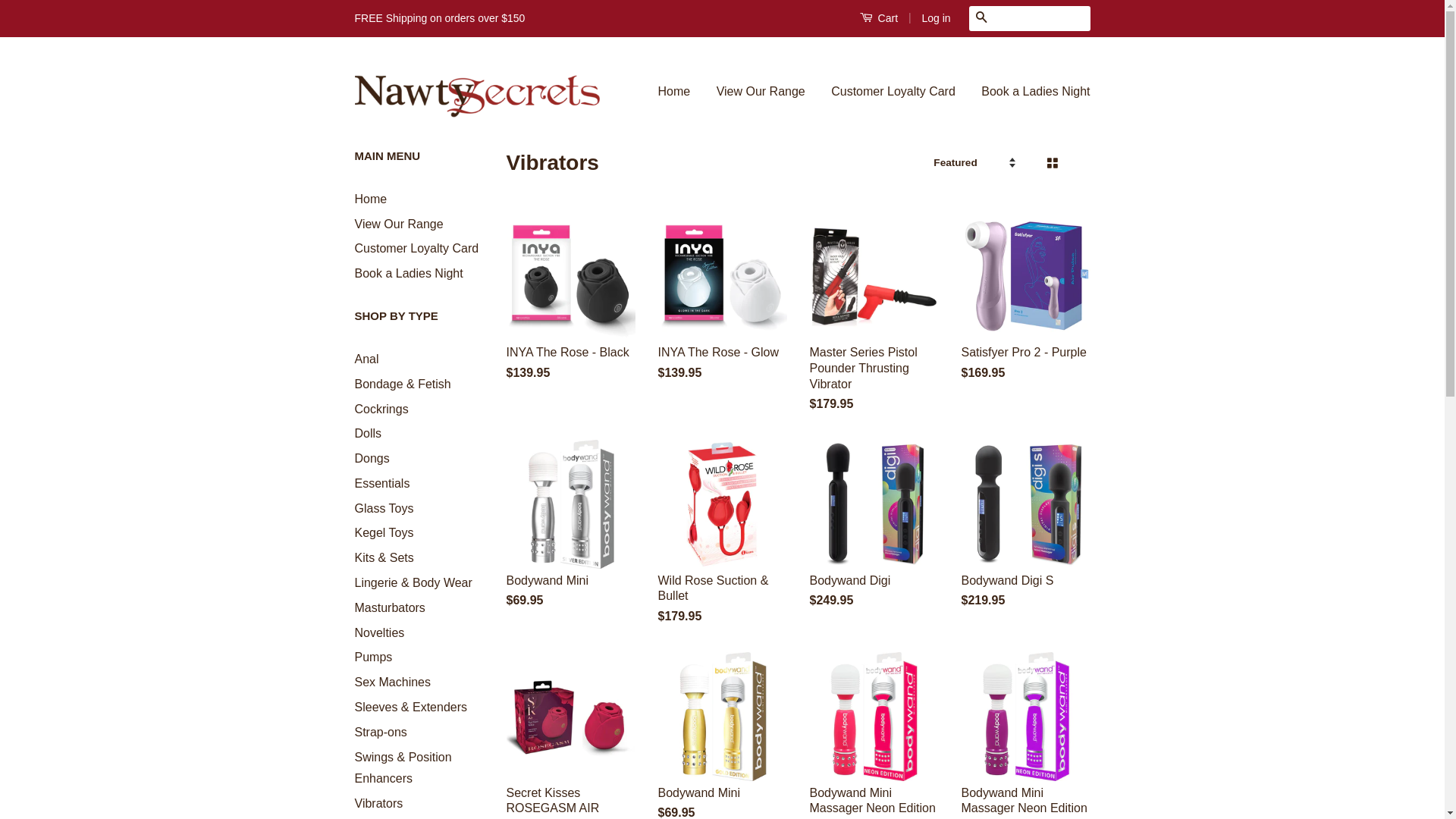  Describe the element at coordinates (1026, 537) in the screenshot. I see `'Bodywand Digi S` at that location.